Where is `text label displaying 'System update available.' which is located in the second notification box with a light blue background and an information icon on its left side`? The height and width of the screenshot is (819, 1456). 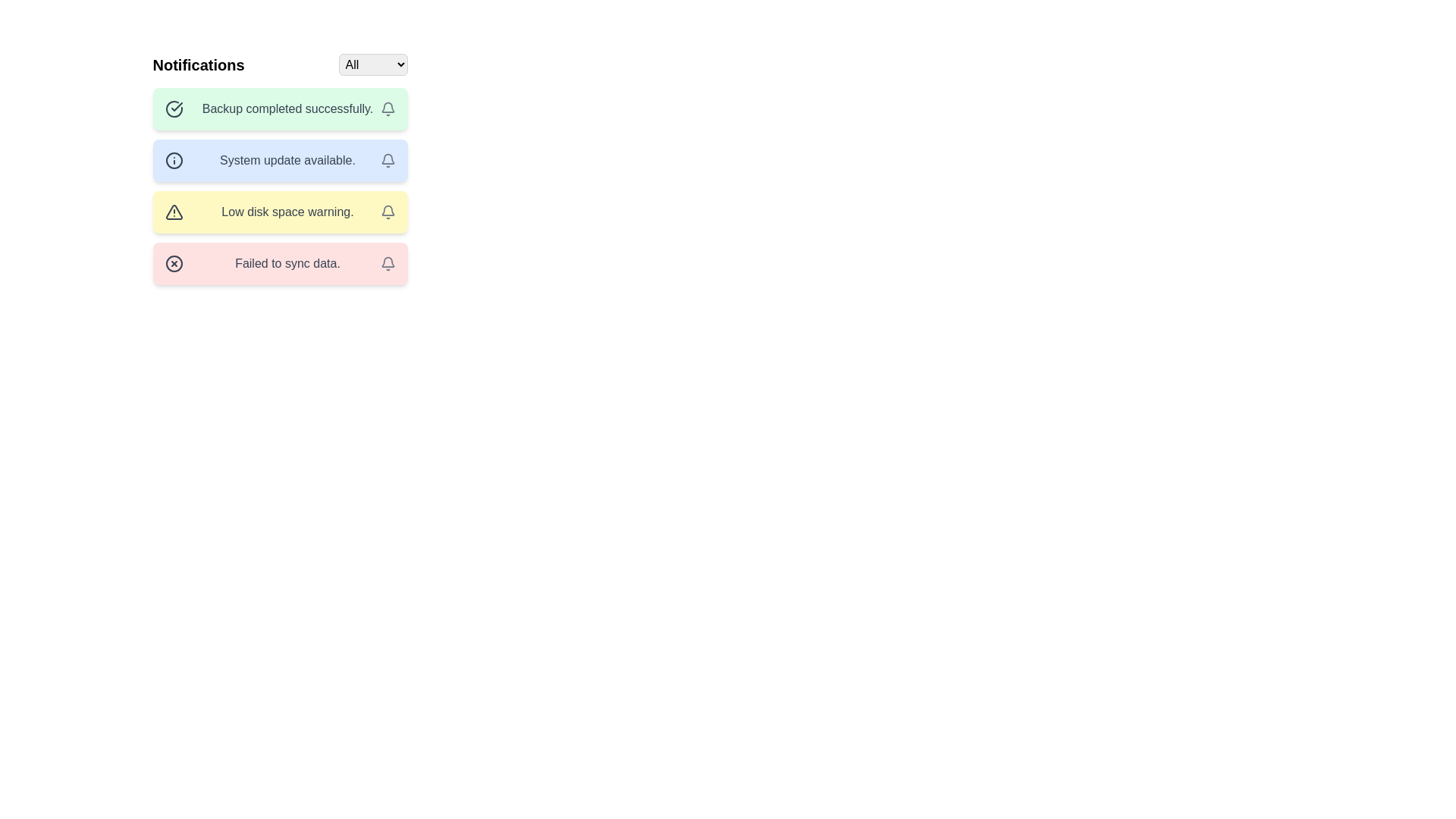 text label displaying 'System update available.' which is located in the second notification box with a light blue background and an information icon on its left side is located at coordinates (287, 161).